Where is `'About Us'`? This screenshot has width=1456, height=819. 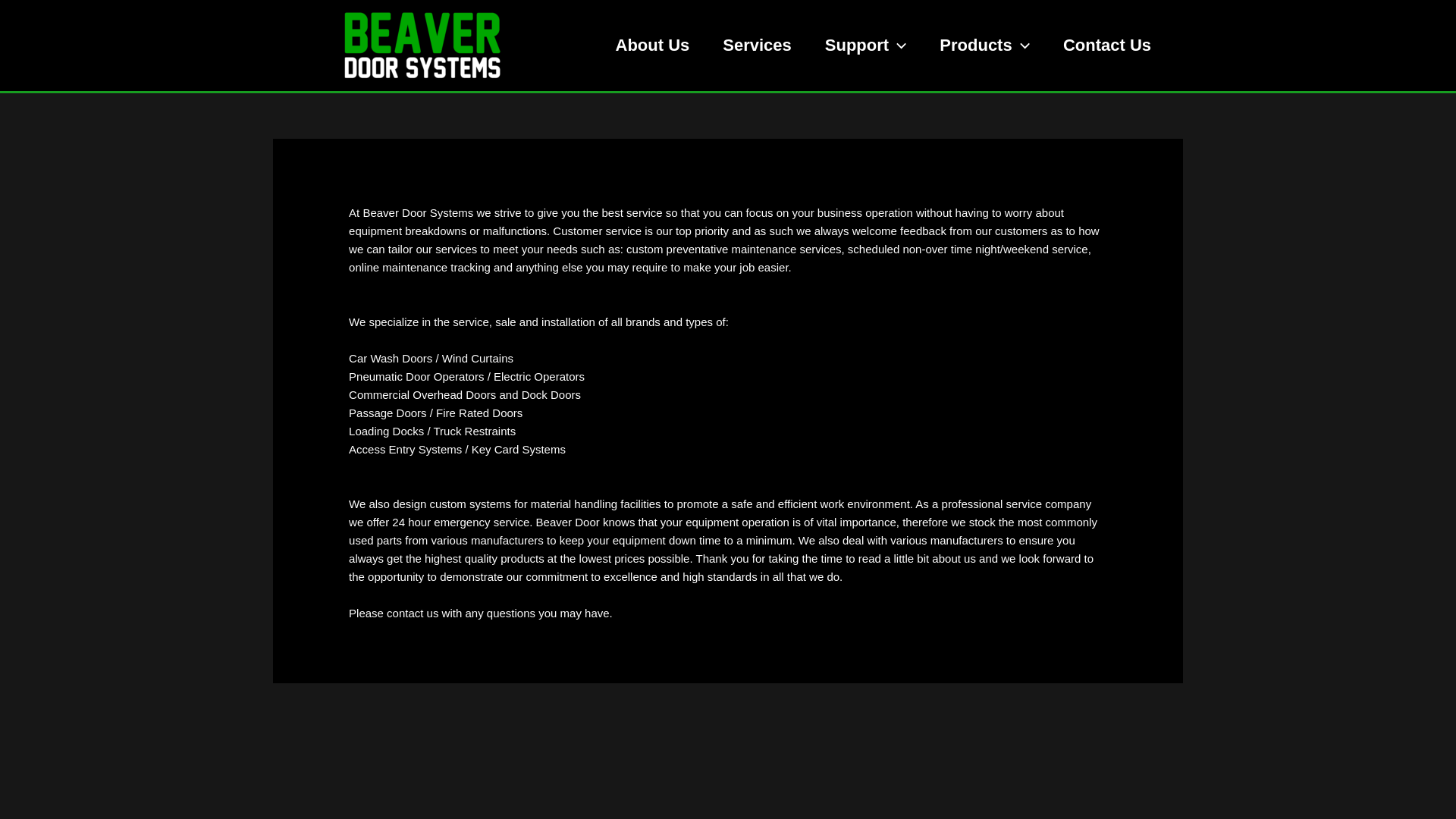
'About Us' is located at coordinates (652, 45).